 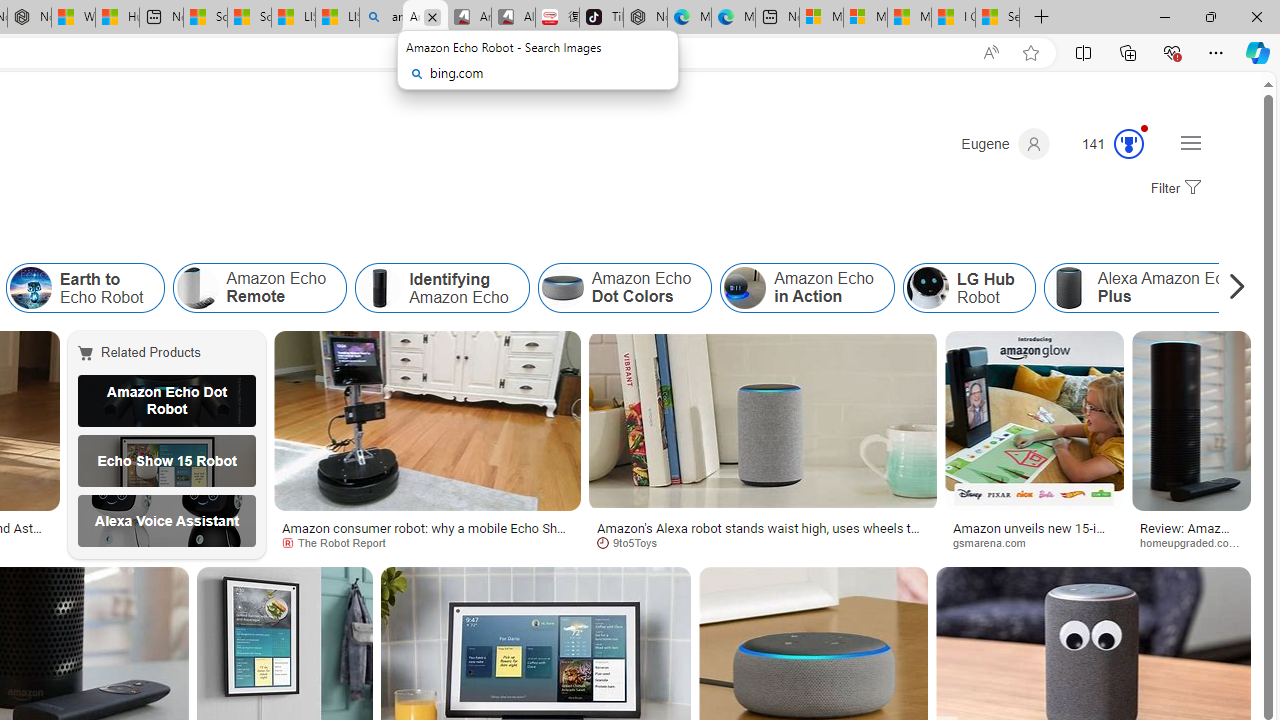 What do you see at coordinates (645, 17) in the screenshot?
I see `'Nordace - Best Sellers'` at bounding box center [645, 17].